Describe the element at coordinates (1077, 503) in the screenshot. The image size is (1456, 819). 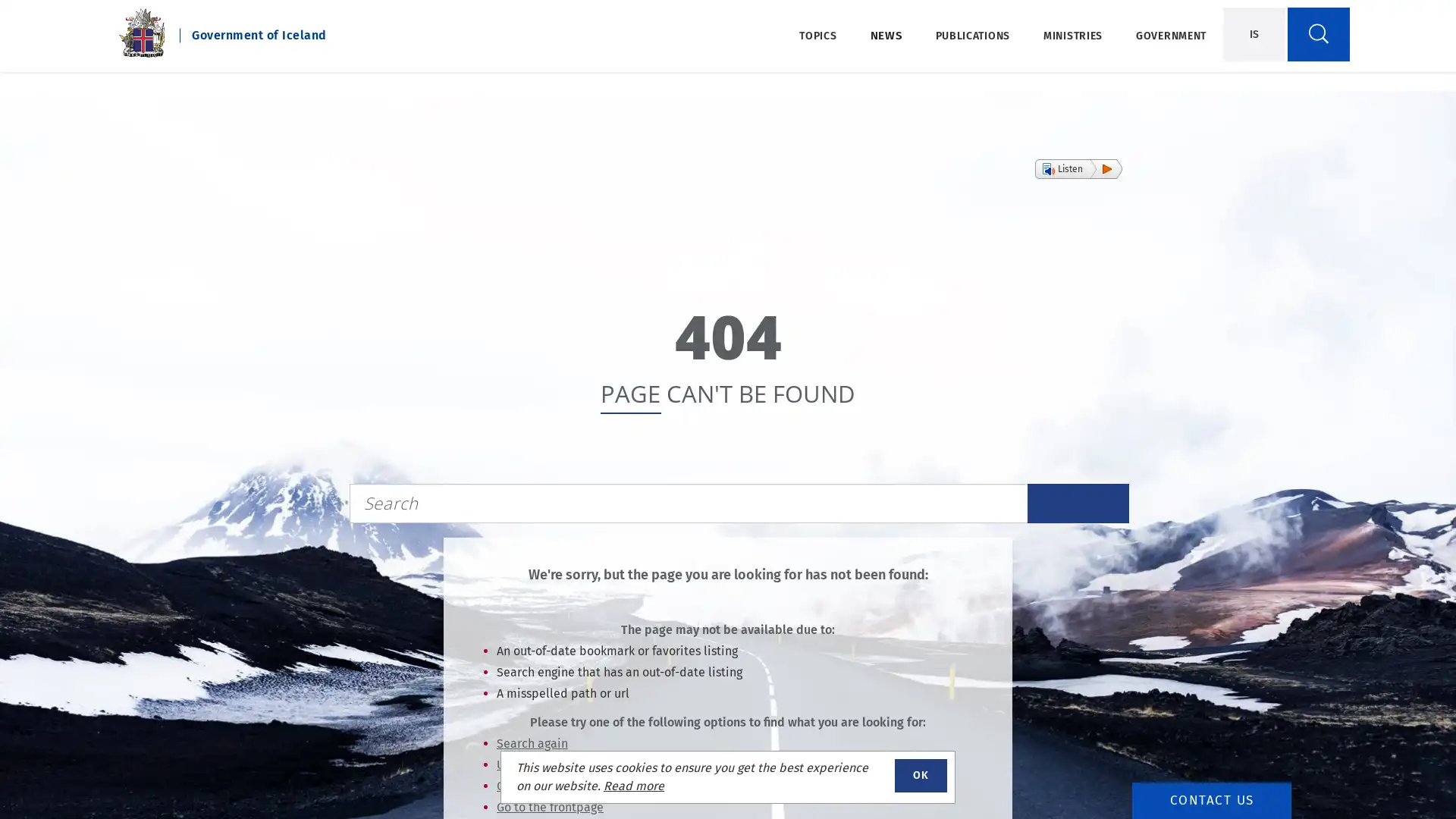
I see `SEARCH` at that location.